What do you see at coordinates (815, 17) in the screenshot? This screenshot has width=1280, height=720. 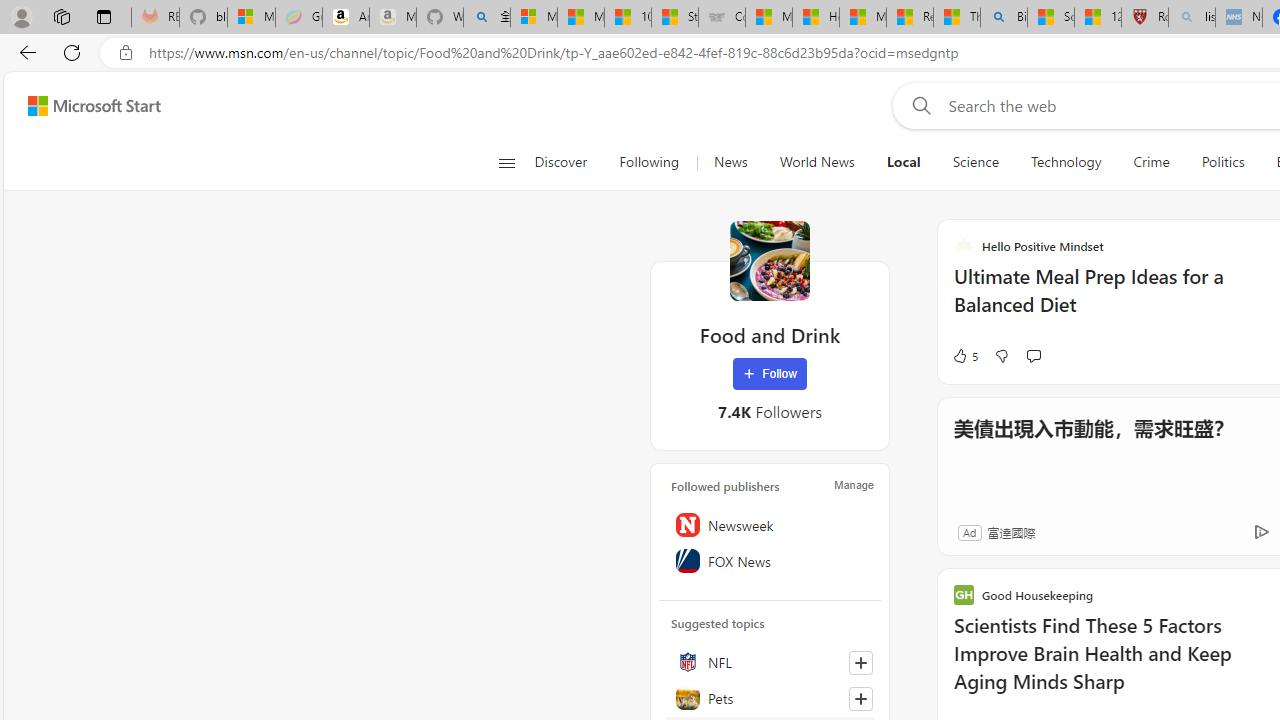 I see `'How I Got Rid of Microsoft Edge'` at bounding box center [815, 17].